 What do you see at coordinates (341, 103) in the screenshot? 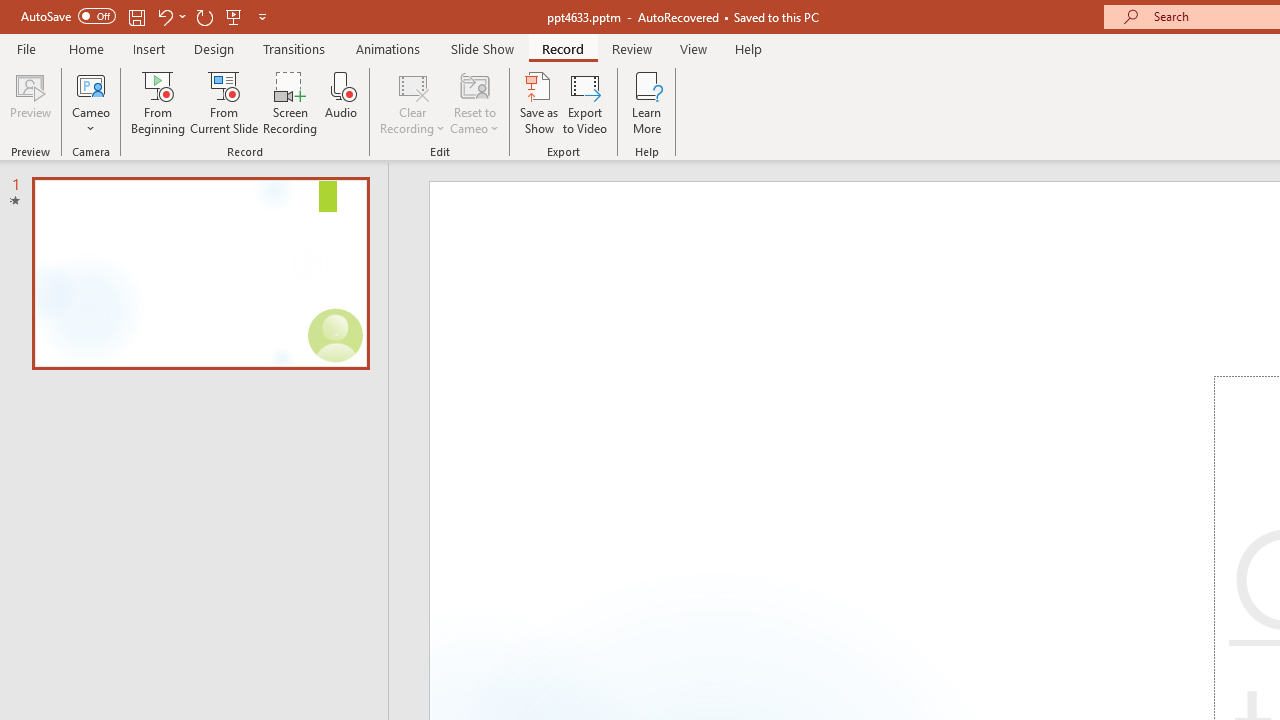
I see `'Audio'` at bounding box center [341, 103].